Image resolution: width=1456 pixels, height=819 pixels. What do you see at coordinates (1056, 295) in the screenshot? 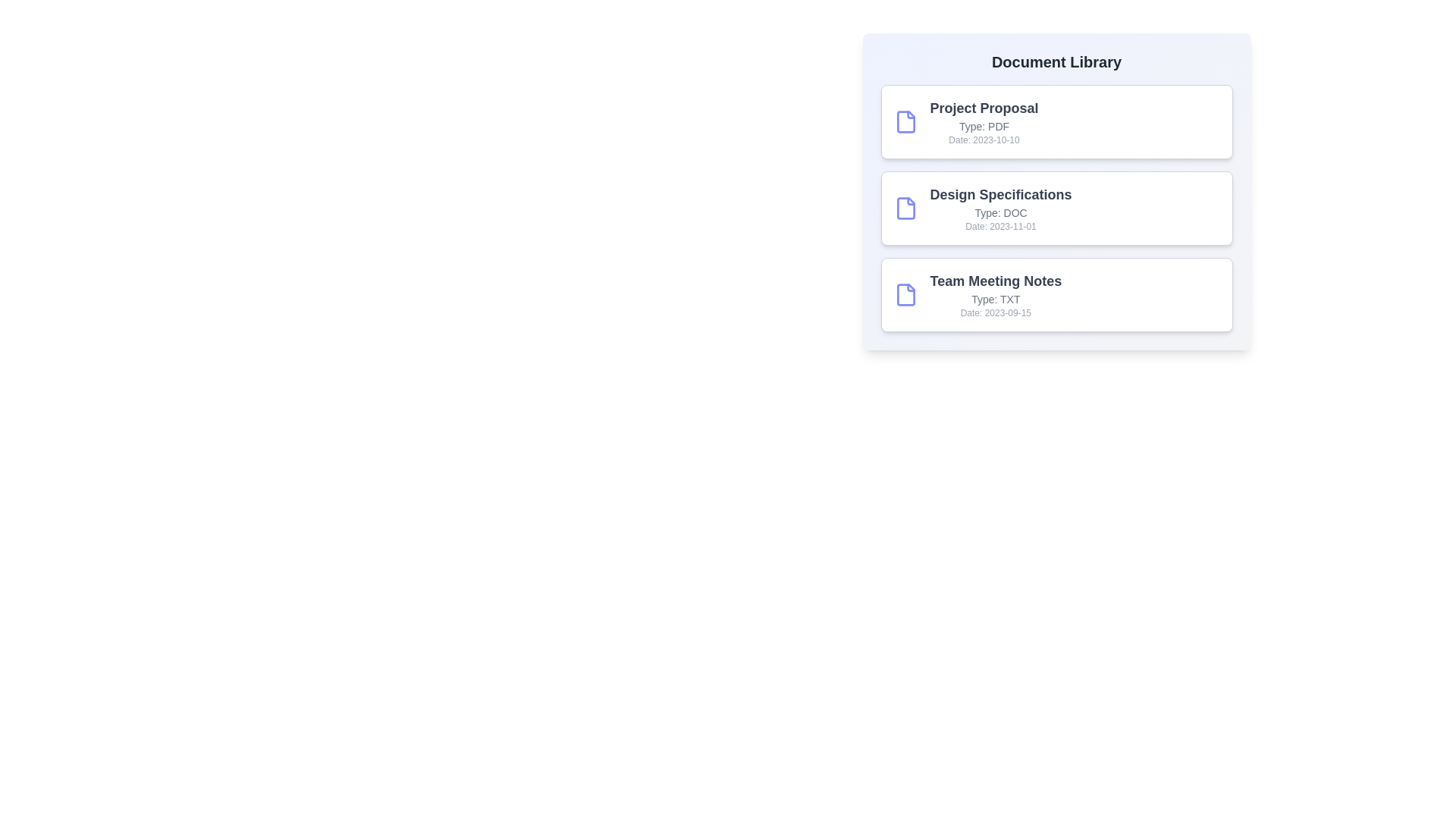
I see `the document card corresponding to Team Meeting Notes` at bounding box center [1056, 295].